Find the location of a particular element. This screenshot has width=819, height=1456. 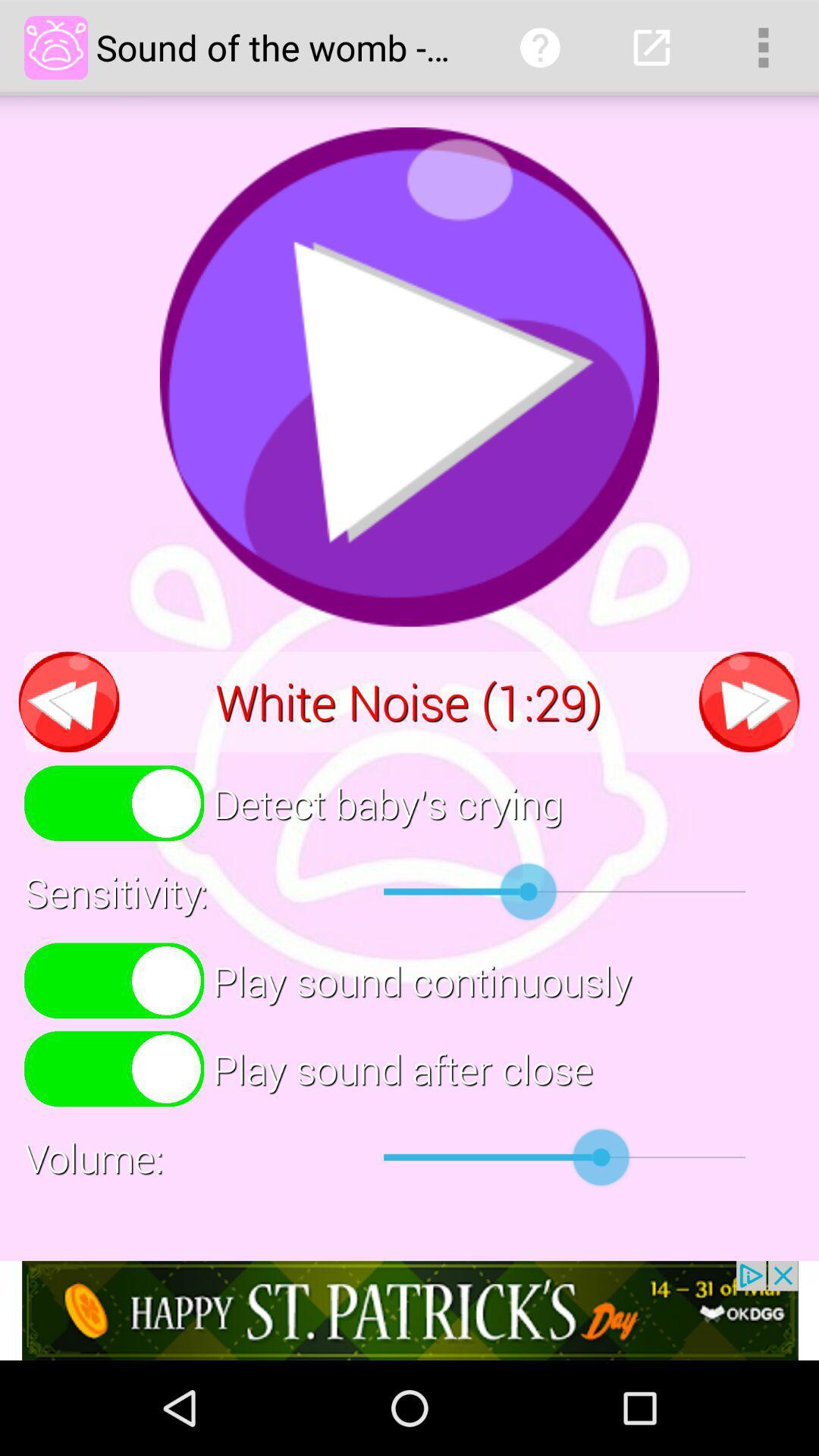

next sound is located at coordinates (748, 701).